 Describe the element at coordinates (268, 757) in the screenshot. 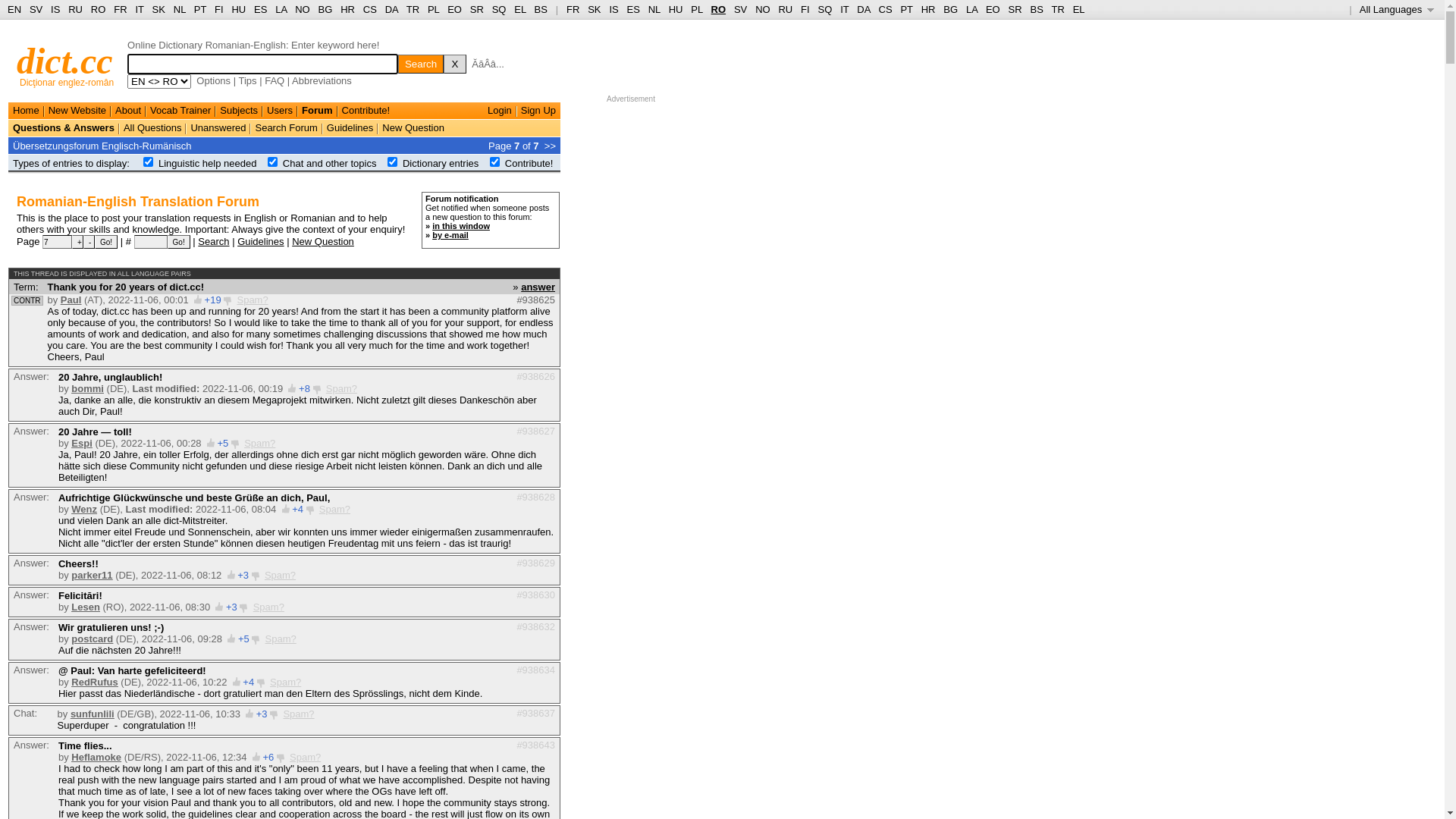

I see `'+6'` at that location.